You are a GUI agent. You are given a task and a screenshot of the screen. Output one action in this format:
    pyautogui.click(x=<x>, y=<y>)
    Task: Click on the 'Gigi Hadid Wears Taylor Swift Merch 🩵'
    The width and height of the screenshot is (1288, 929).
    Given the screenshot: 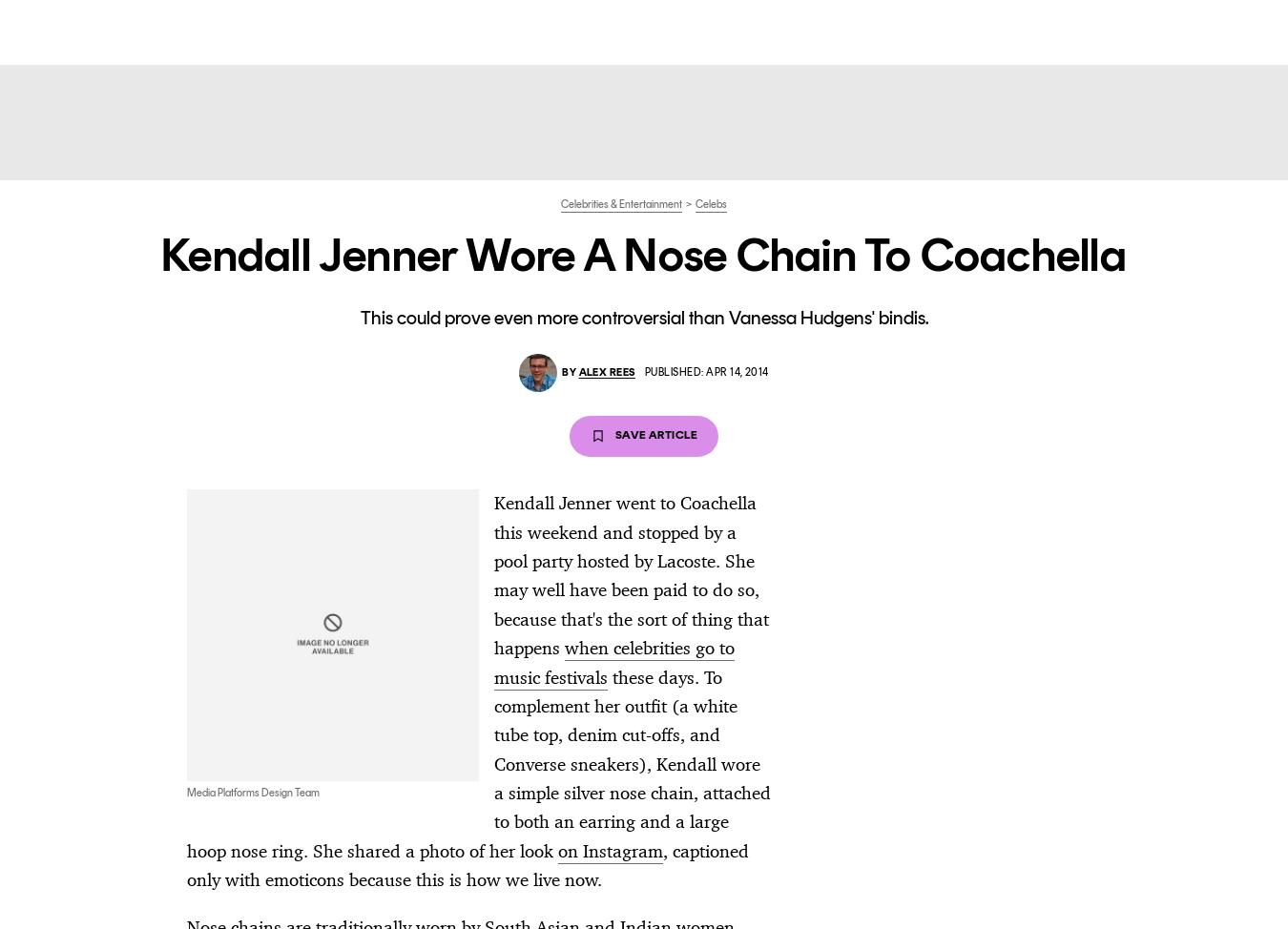 What is the action you would take?
    pyautogui.click(x=1062, y=687)
    